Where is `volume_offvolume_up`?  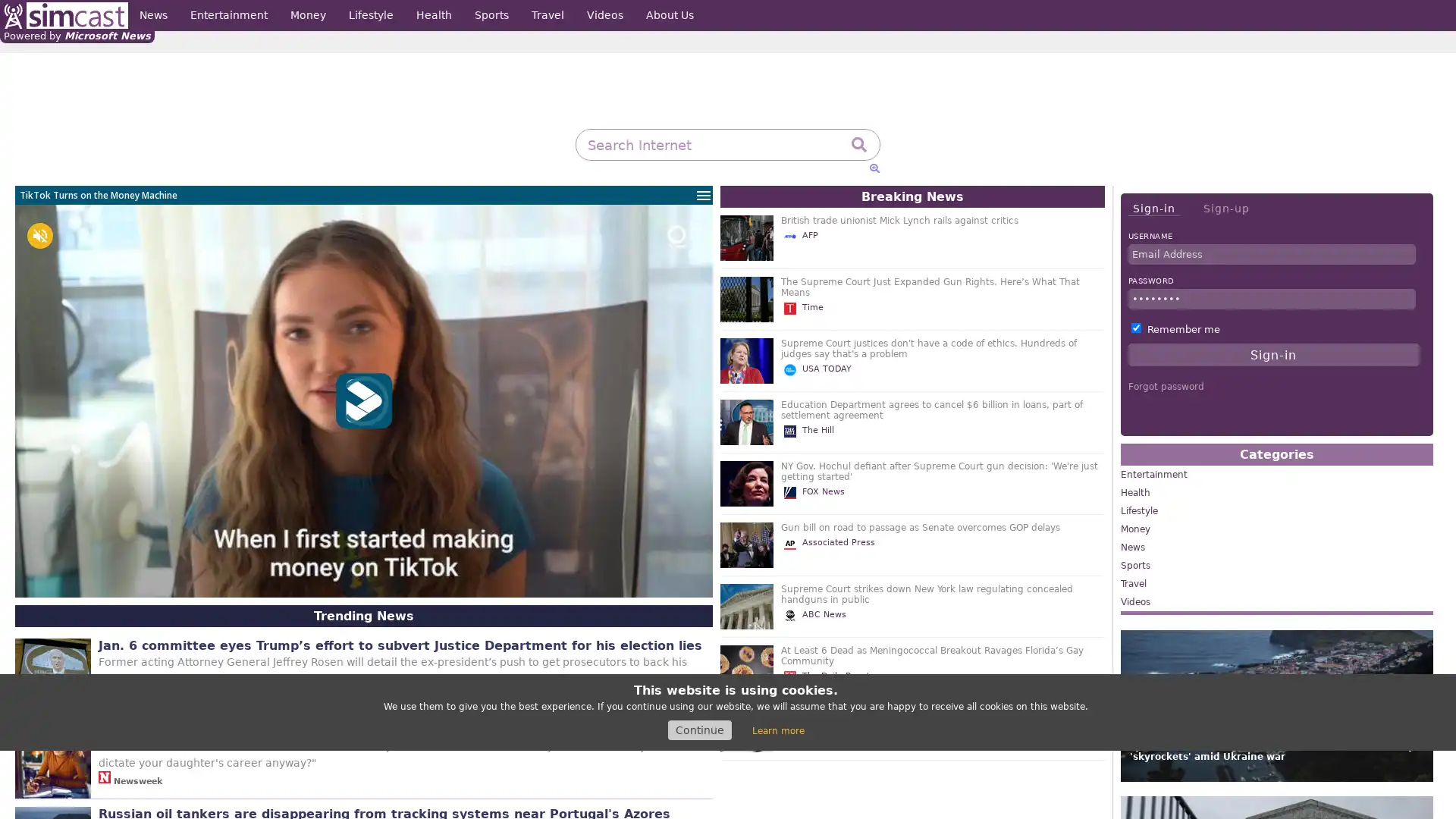 volume_offvolume_up is located at coordinates (39, 236).